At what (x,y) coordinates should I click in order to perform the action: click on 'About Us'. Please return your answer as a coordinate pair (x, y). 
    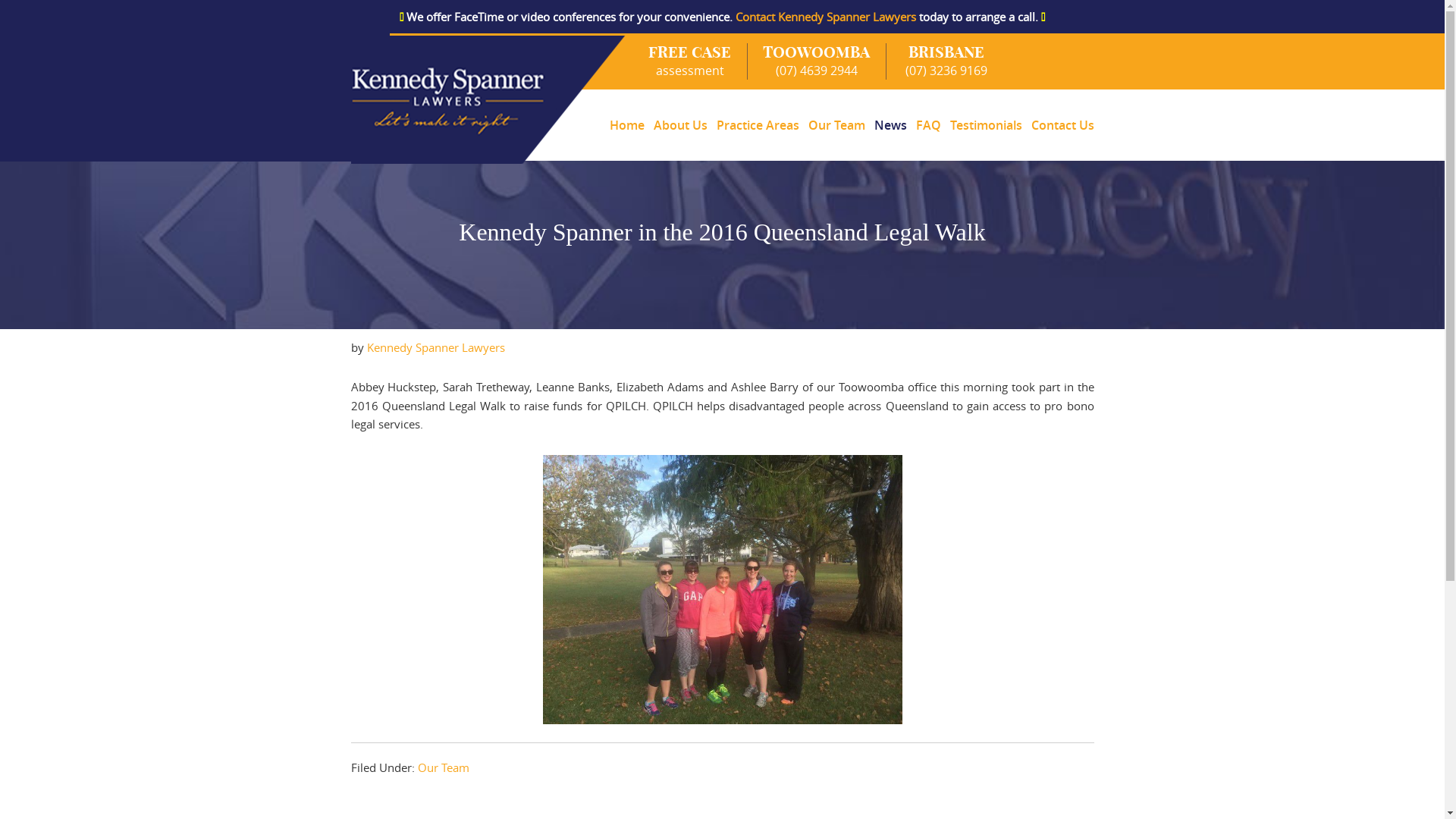
    Looking at the image, I should click on (679, 124).